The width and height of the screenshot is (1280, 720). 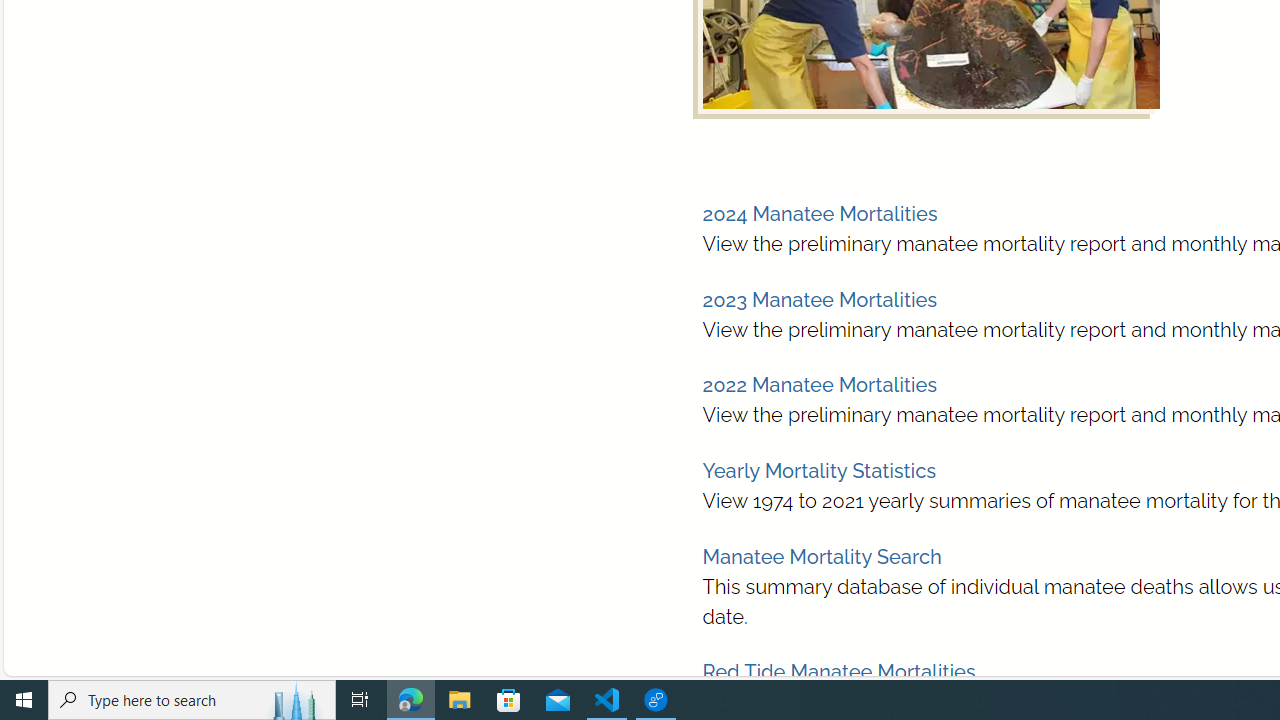 I want to click on 'Red Tide Manatee Mortalities', so click(x=838, y=672).